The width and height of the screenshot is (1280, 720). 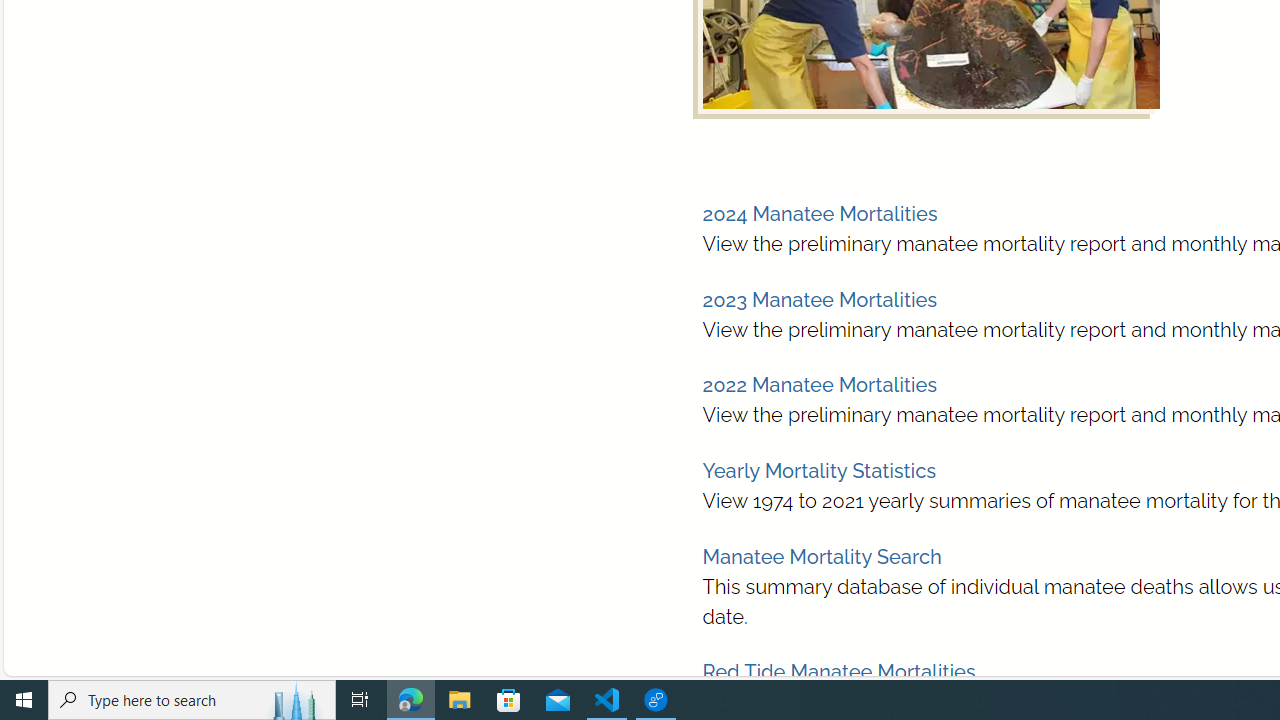 I want to click on 'Red Tide Manatee Mortalities', so click(x=838, y=672).